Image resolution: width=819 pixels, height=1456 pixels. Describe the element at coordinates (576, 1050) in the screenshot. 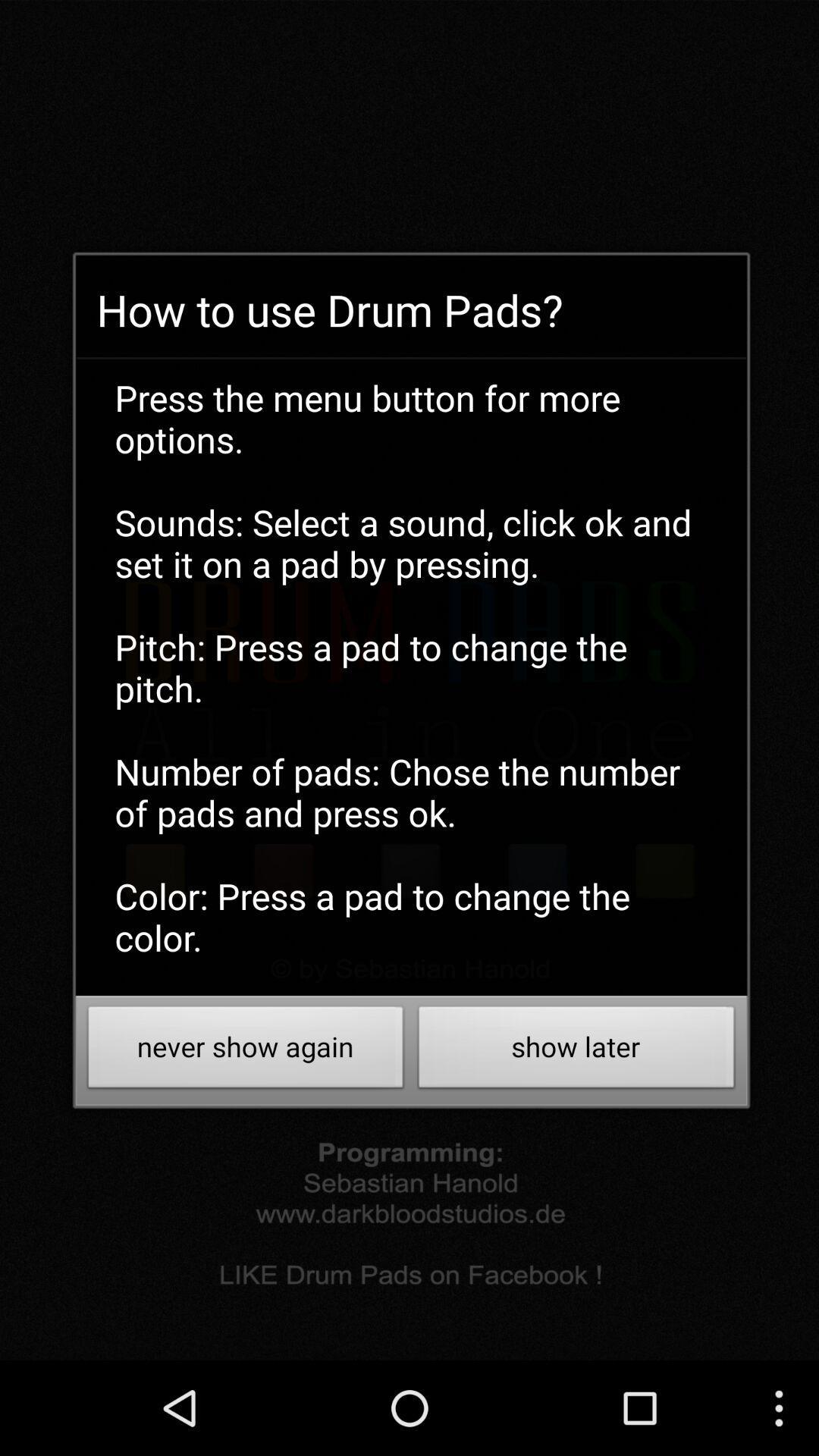

I see `item to the right of the never show again icon` at that location.